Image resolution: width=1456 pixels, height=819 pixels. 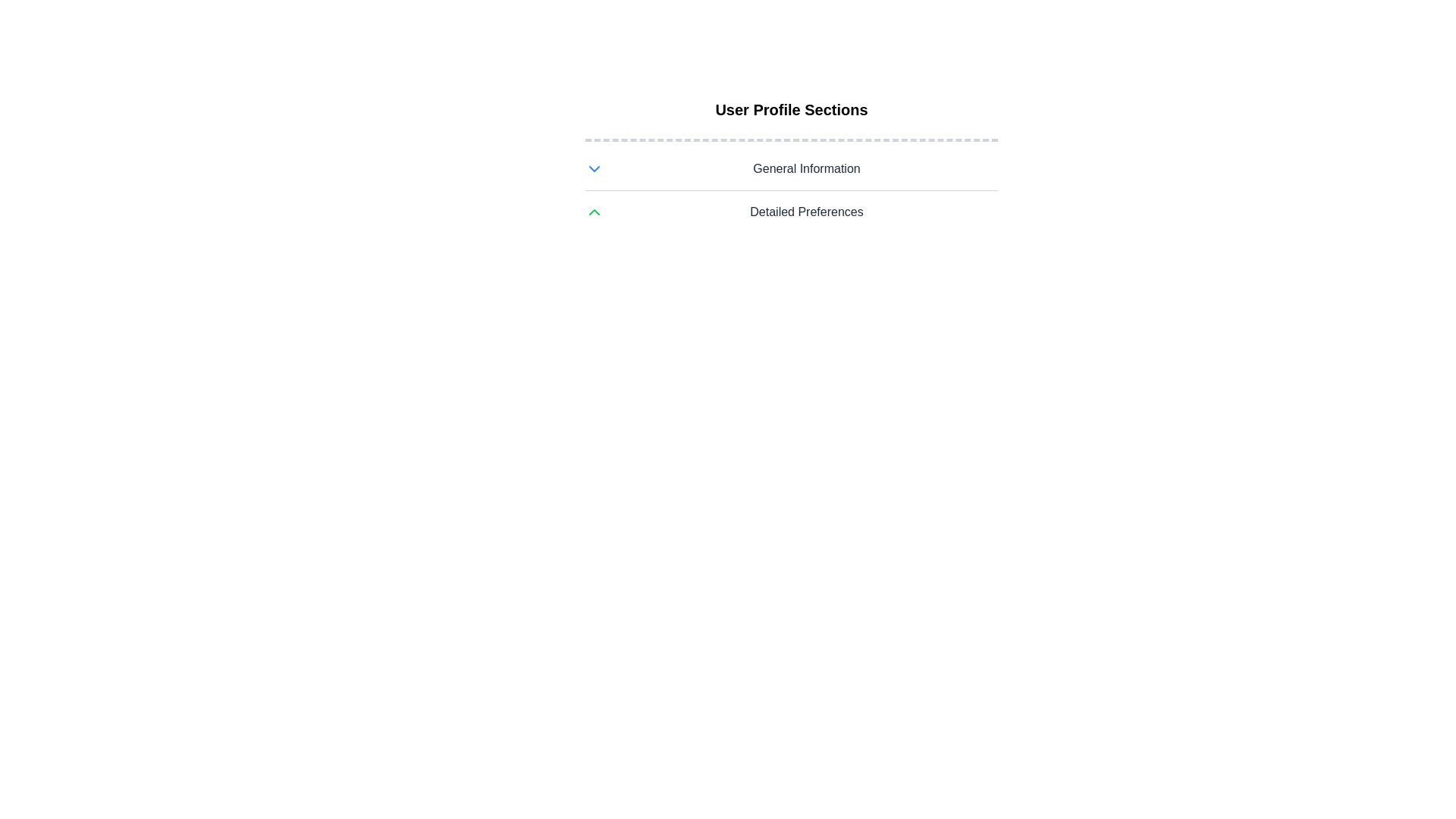 What do you see at coordinates (593, 212) in the screenshot?
I see `the upward-pointing green chevron icon to the left of 'Detailed Preferences'` at bounding box center [593, 212].